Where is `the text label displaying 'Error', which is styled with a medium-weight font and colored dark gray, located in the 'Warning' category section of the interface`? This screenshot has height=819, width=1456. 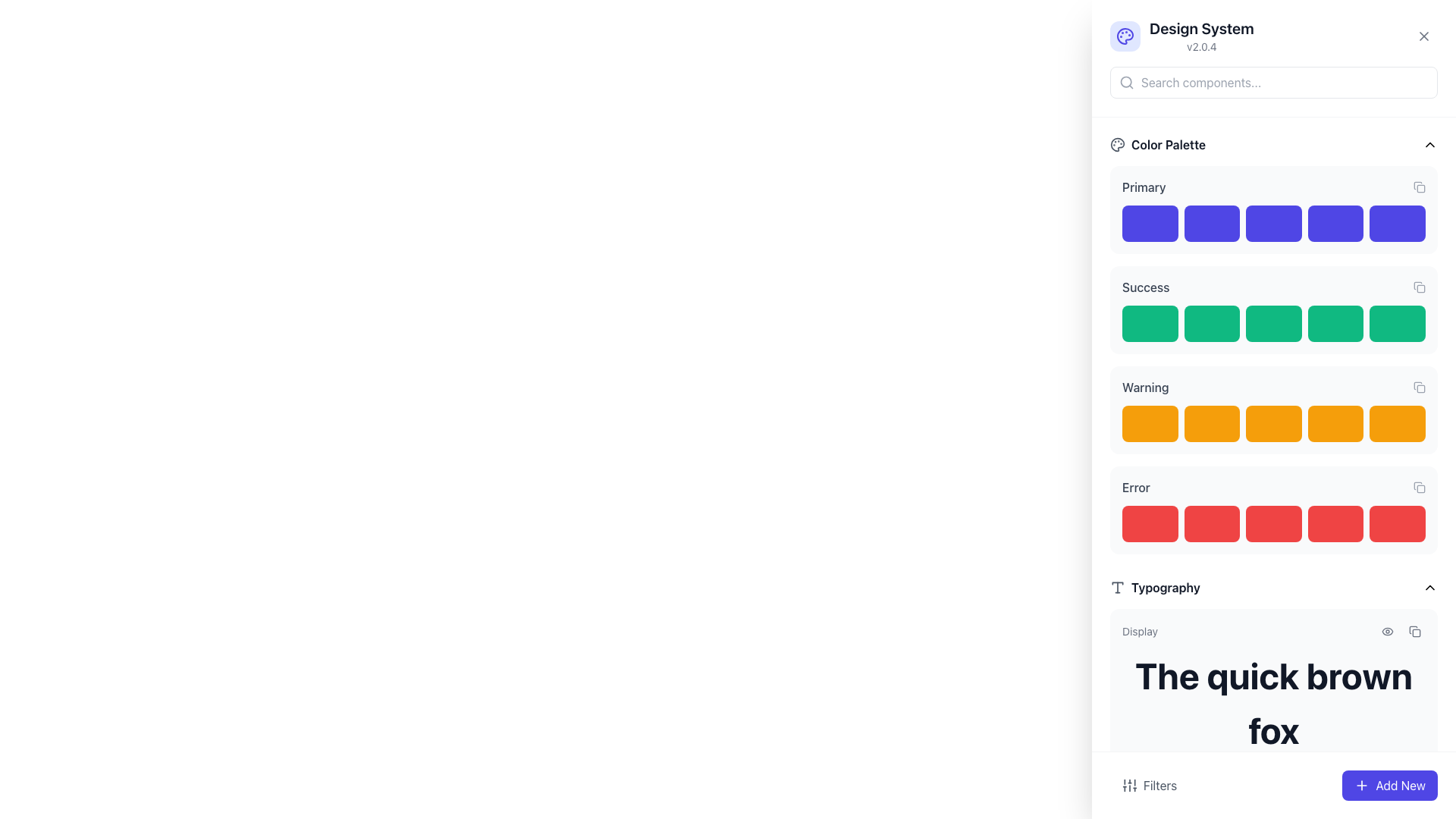
the text label displaying 'Error', which is styled with a medium-weight font and colored dark gray, located in the 'Warning' category section of the interface is located at coordinates (1136, 488).